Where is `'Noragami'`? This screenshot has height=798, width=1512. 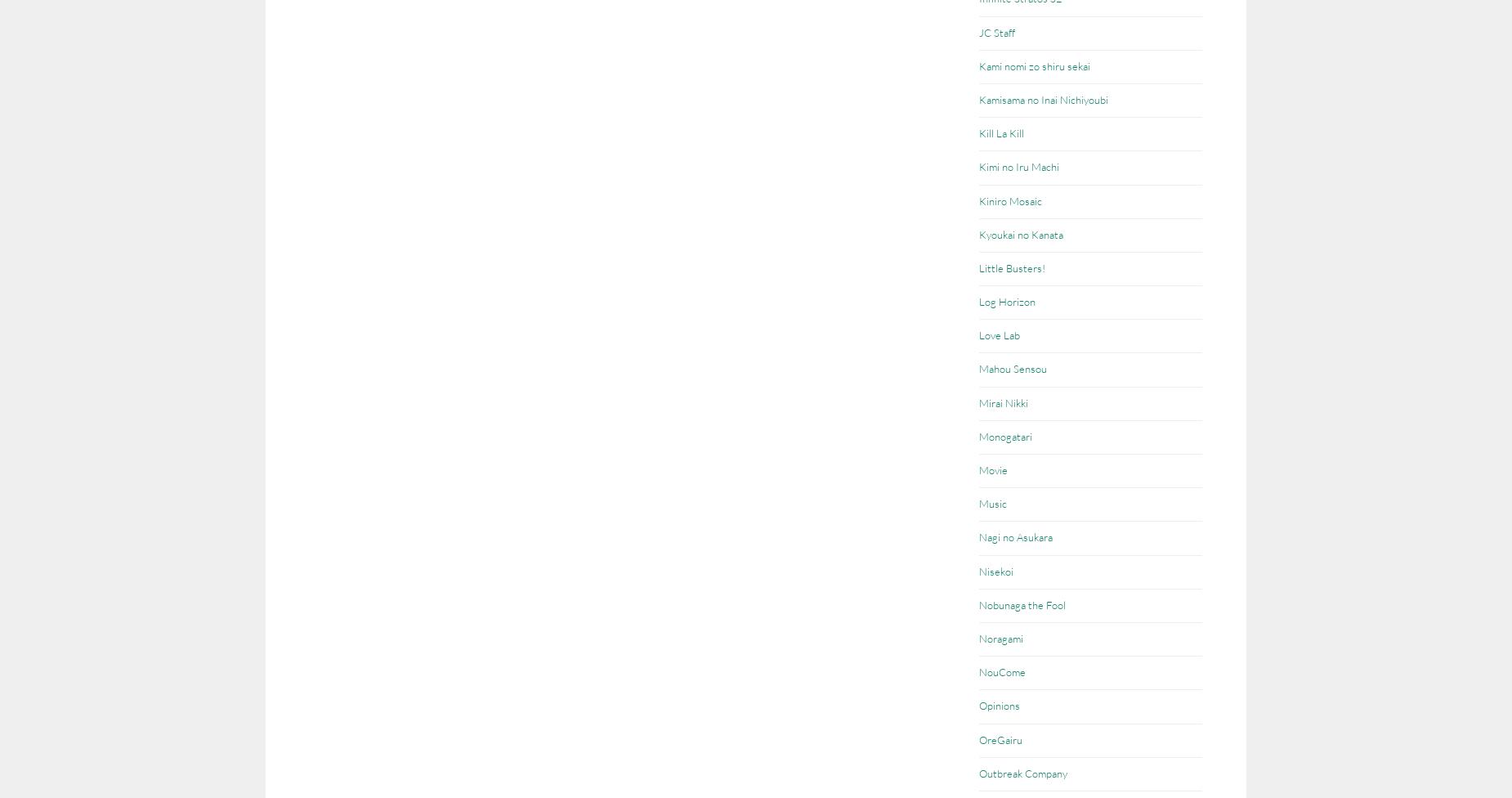
'Noragami' is located at coordinates (1000, 638).